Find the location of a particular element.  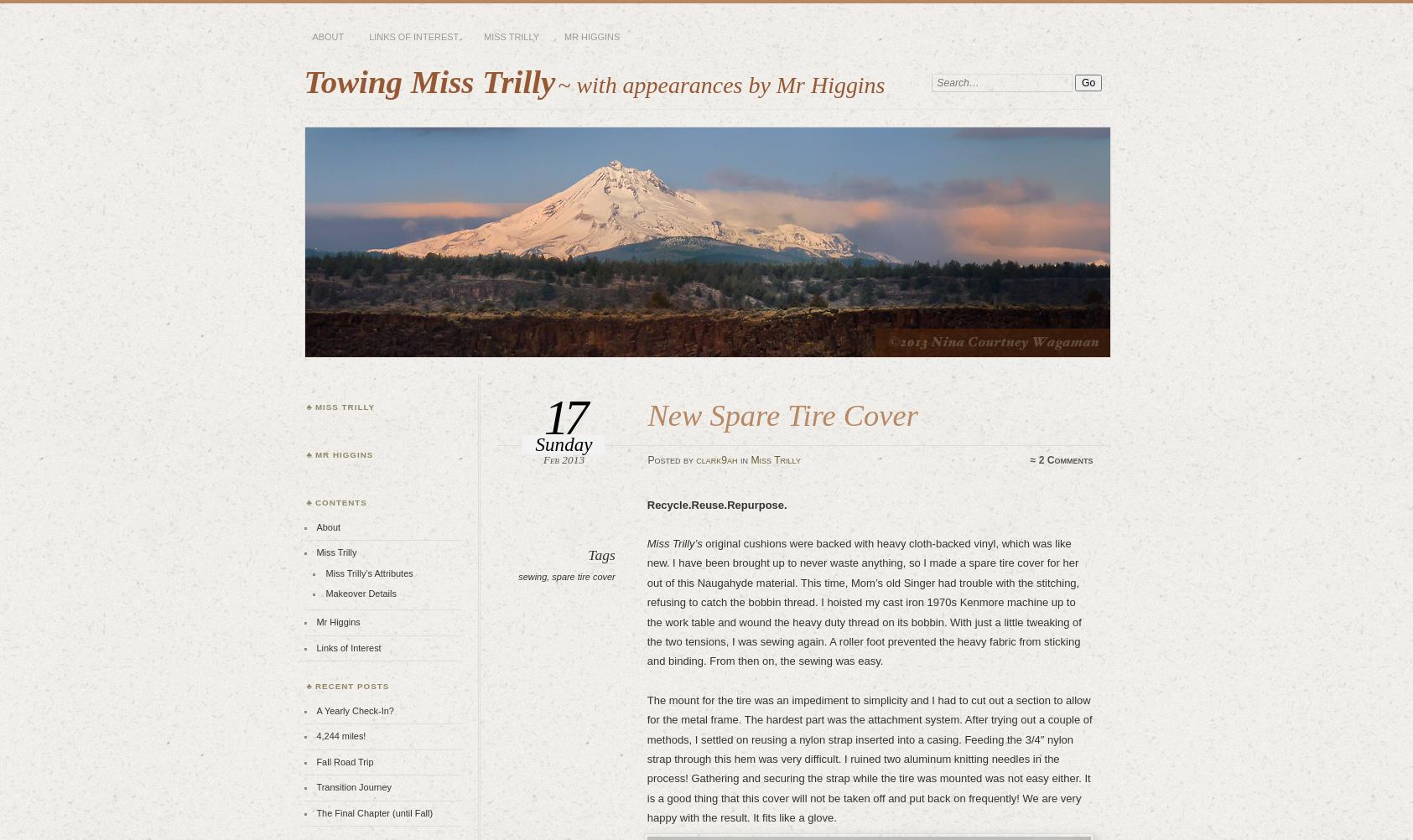

'Recycle.Reuse.Repurpose.' is located at coordinates (716, 503).